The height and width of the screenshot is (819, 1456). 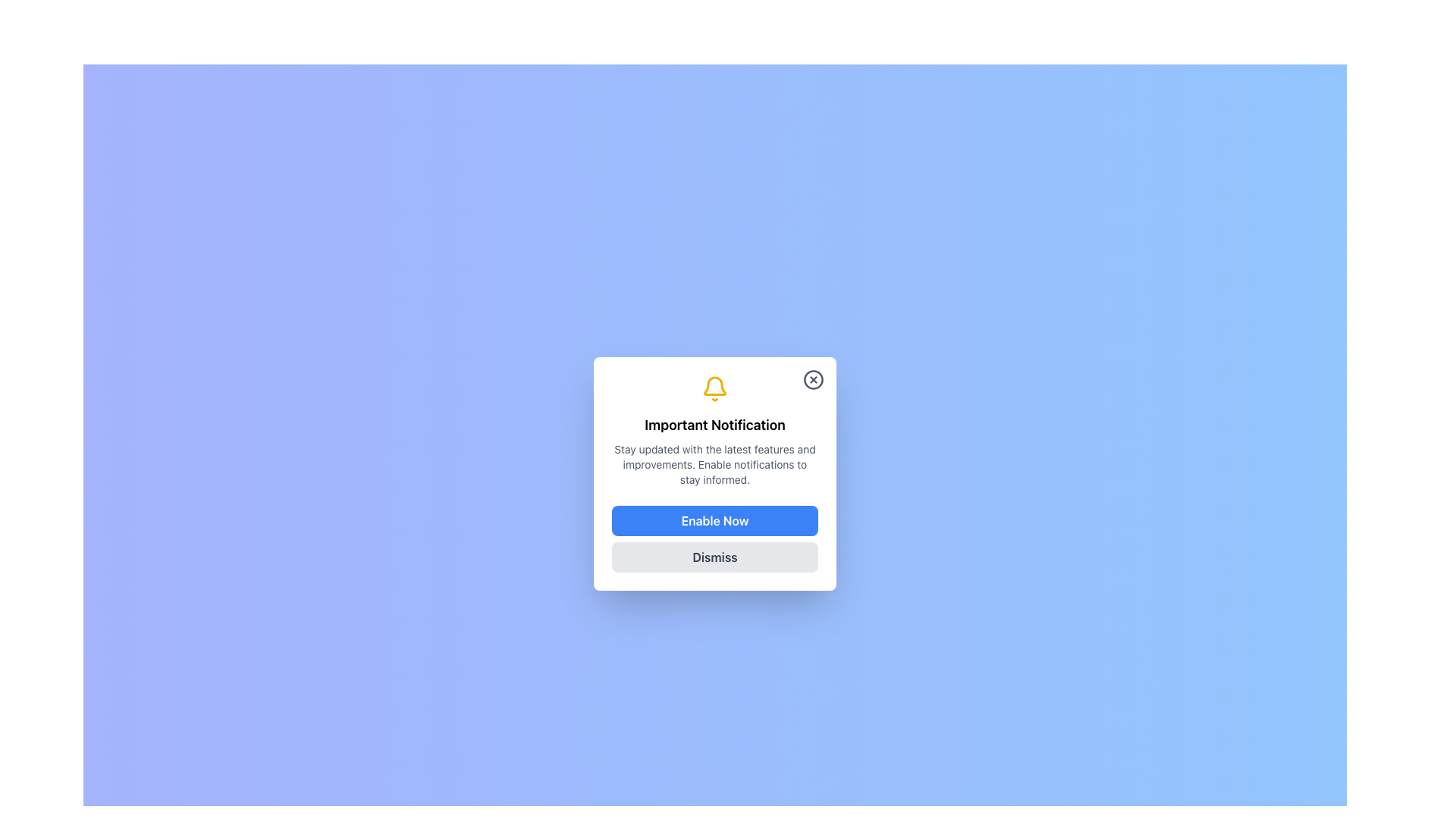 What do you see at coordinates (714, 394) in the screenshot?
I see `the notification icon that is centered horizontally within the notification dialog, positioned directly above the text 'Important Notification'` at bounding box center [714, 394].